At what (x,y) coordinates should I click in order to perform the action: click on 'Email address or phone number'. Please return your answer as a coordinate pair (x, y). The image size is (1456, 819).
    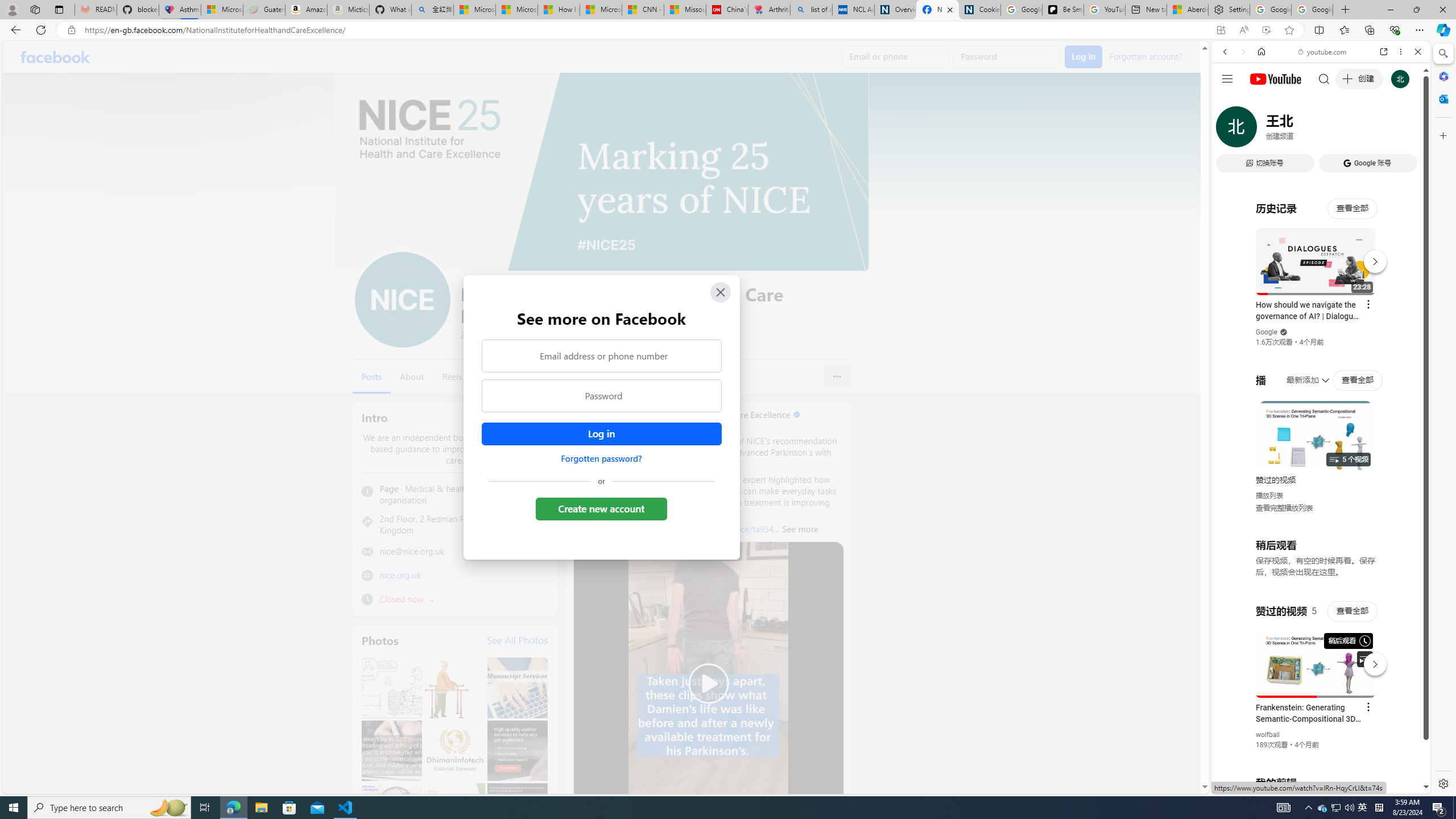
    Looking at the image, I should click on (601, 355).